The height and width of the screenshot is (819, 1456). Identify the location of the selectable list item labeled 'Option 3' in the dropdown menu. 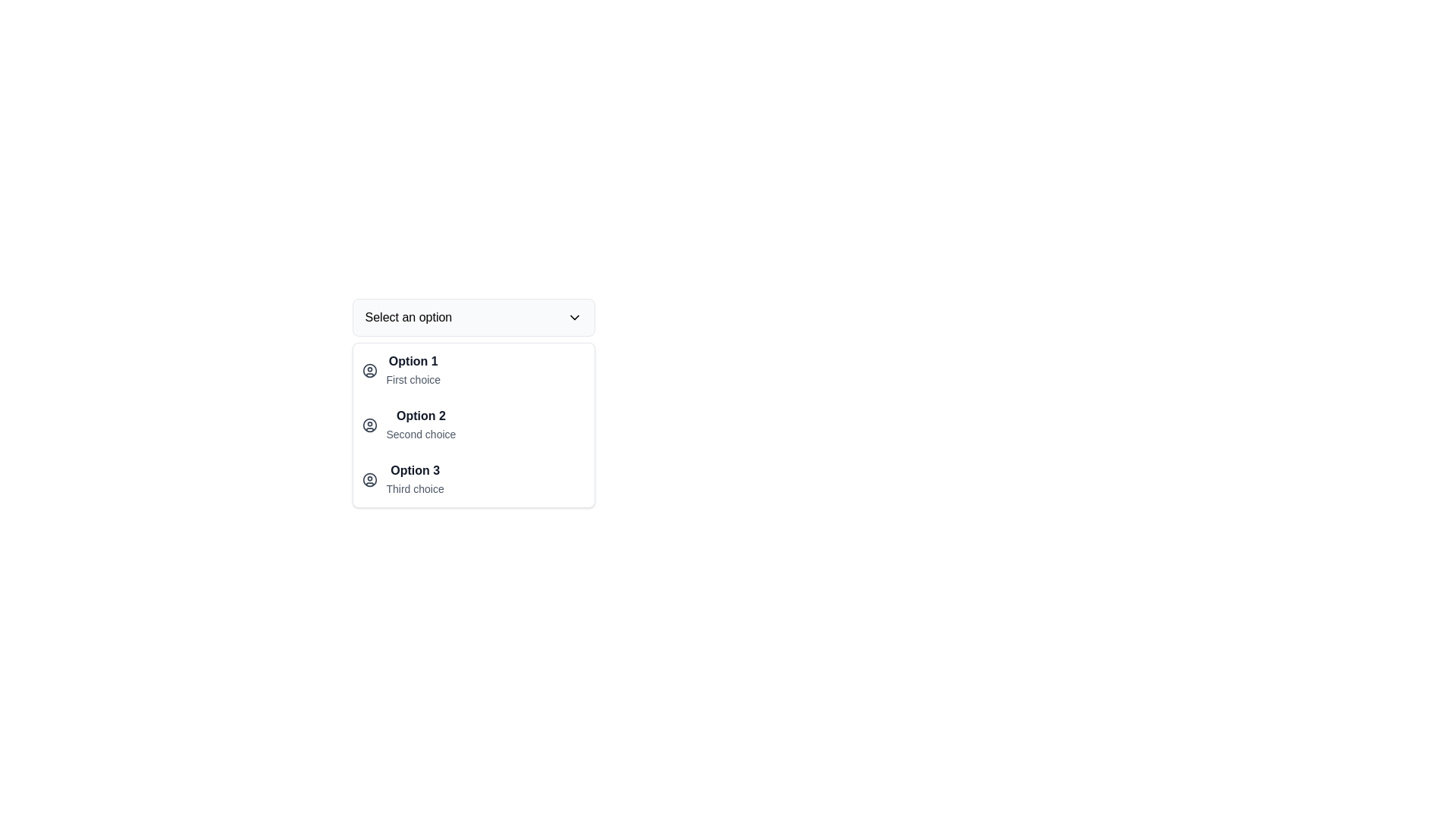
(472, 458).